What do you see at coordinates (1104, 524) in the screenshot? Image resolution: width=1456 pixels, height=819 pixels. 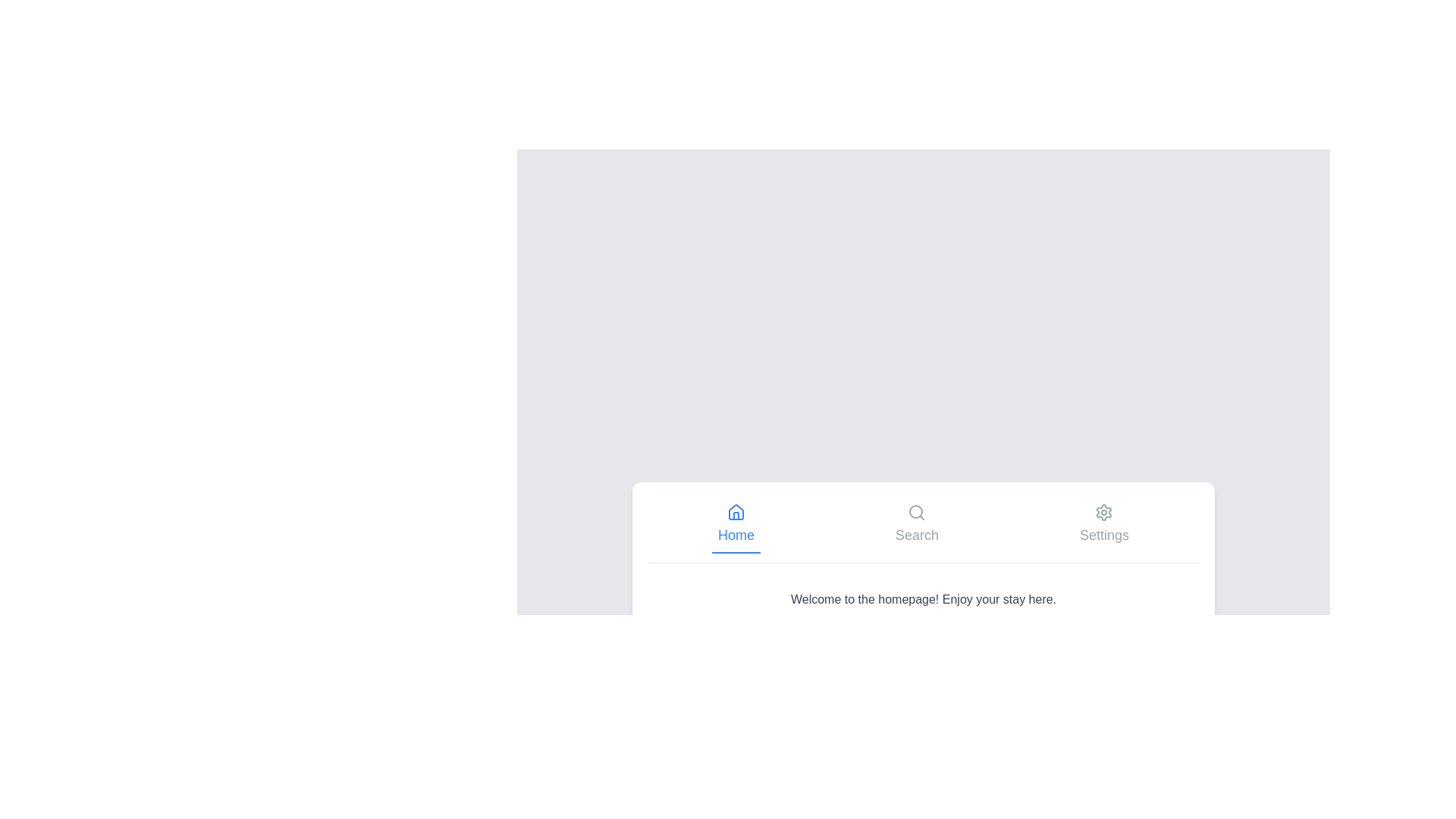 I see `the tab labeled Settings to observe its visual feedback` at bounding box center [1104, 524].